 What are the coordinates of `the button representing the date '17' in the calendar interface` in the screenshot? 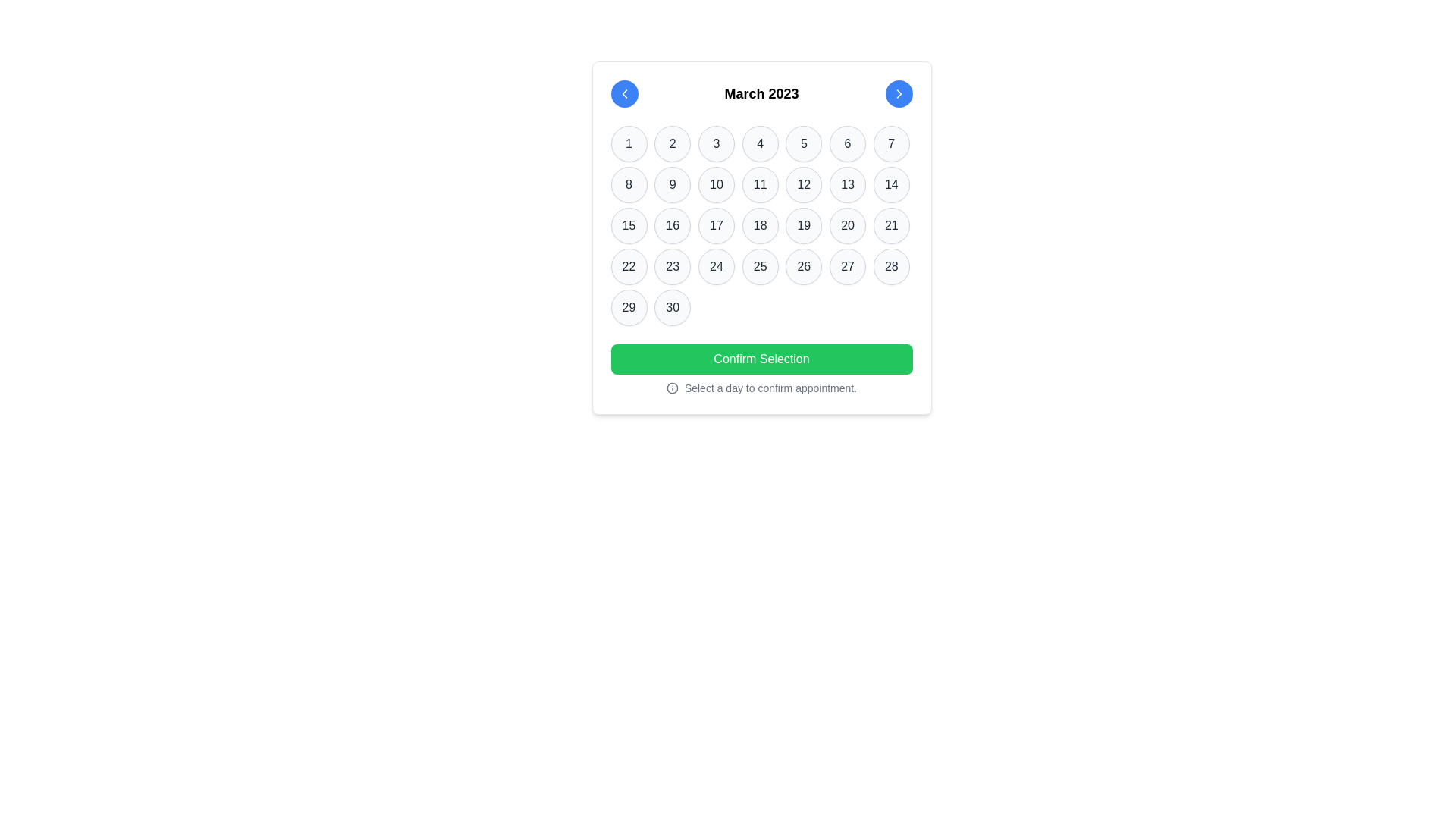 It's located at (715, 225).